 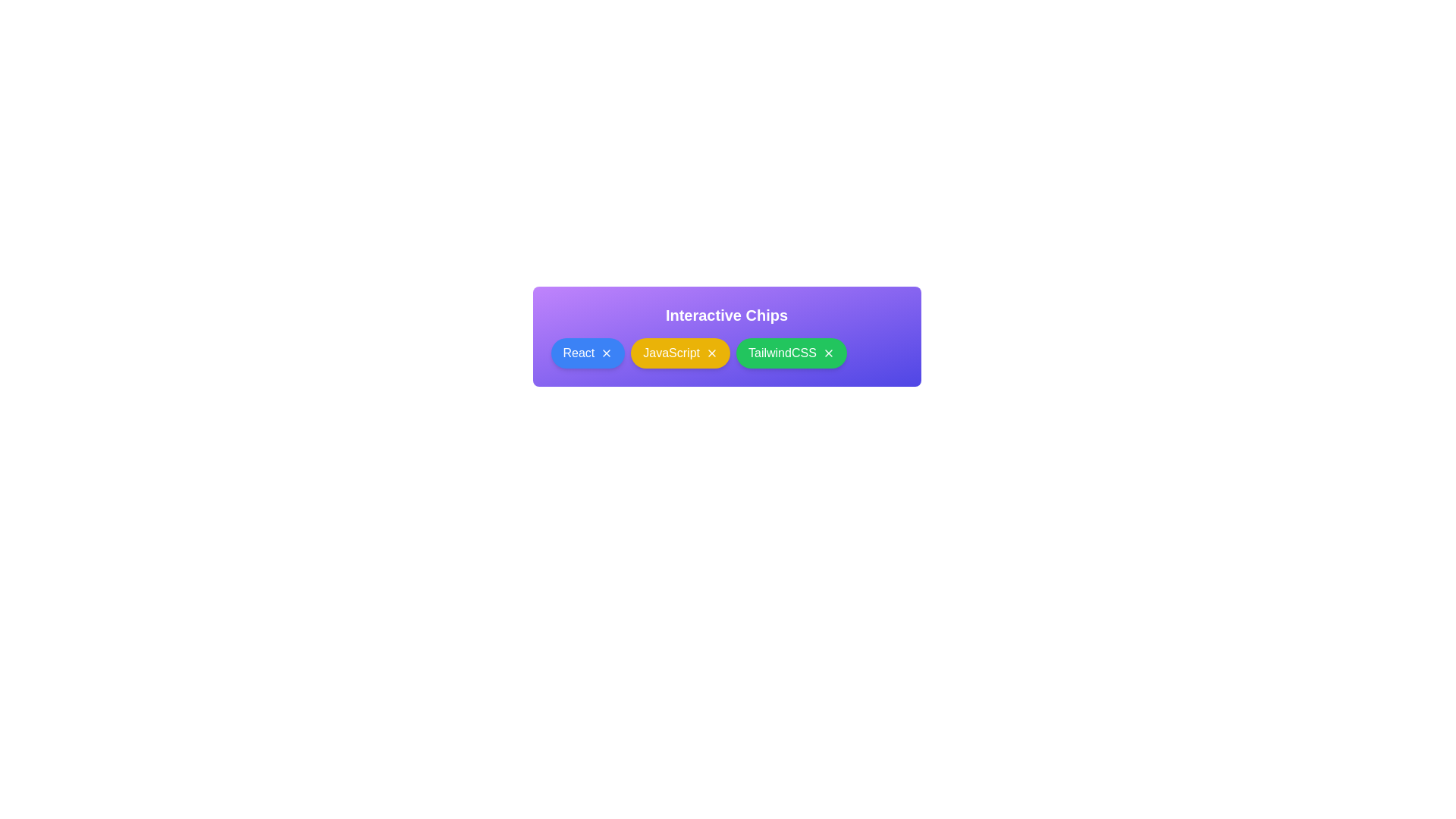 I want to click on close button on the chip labeled JavaScript, so click(x=711, y=353).